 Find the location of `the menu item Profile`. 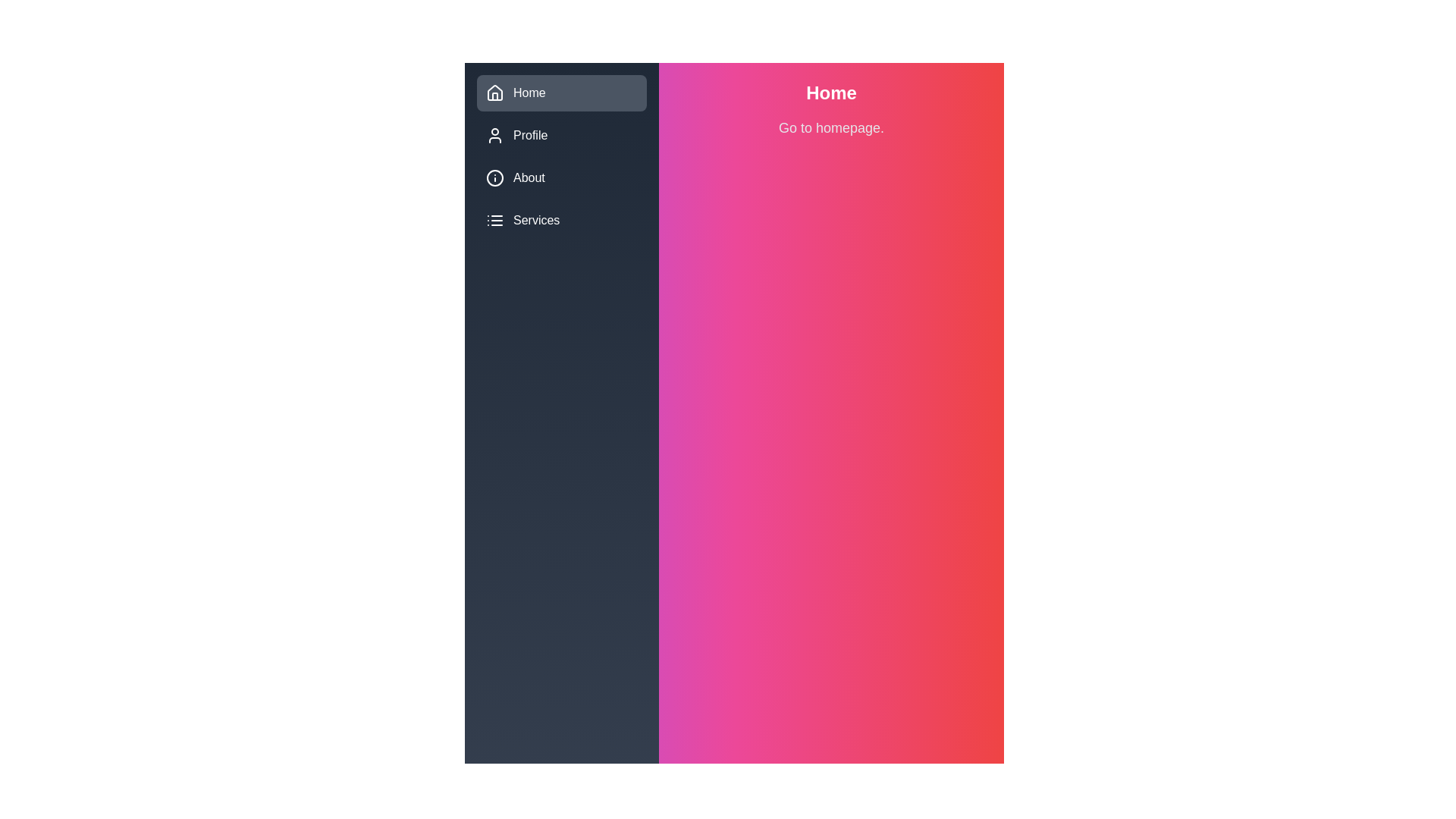

the menu item Profile is located at coordinates (560, 134).